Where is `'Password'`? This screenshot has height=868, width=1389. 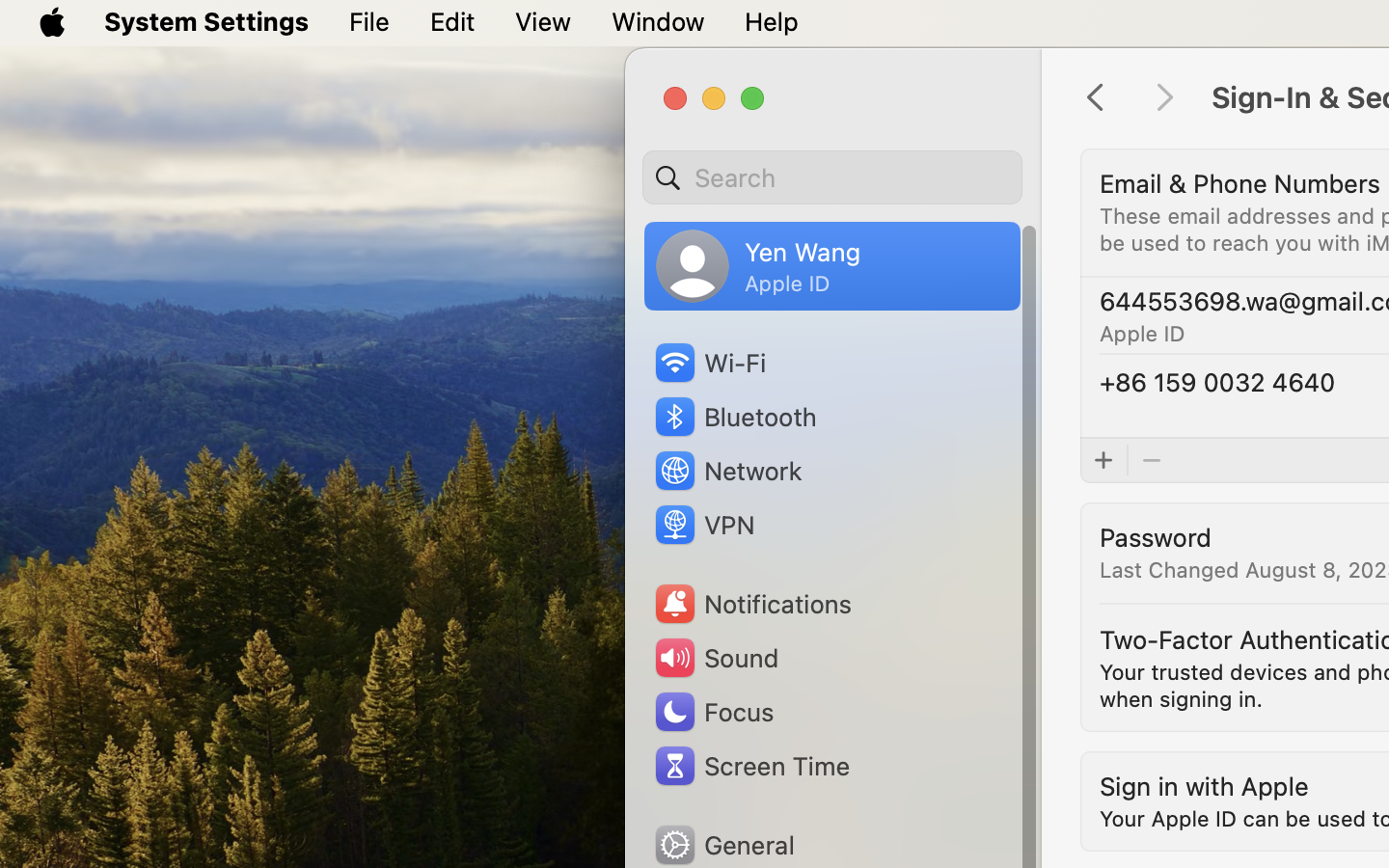
'Password' is located at coordinates (1155, 535).